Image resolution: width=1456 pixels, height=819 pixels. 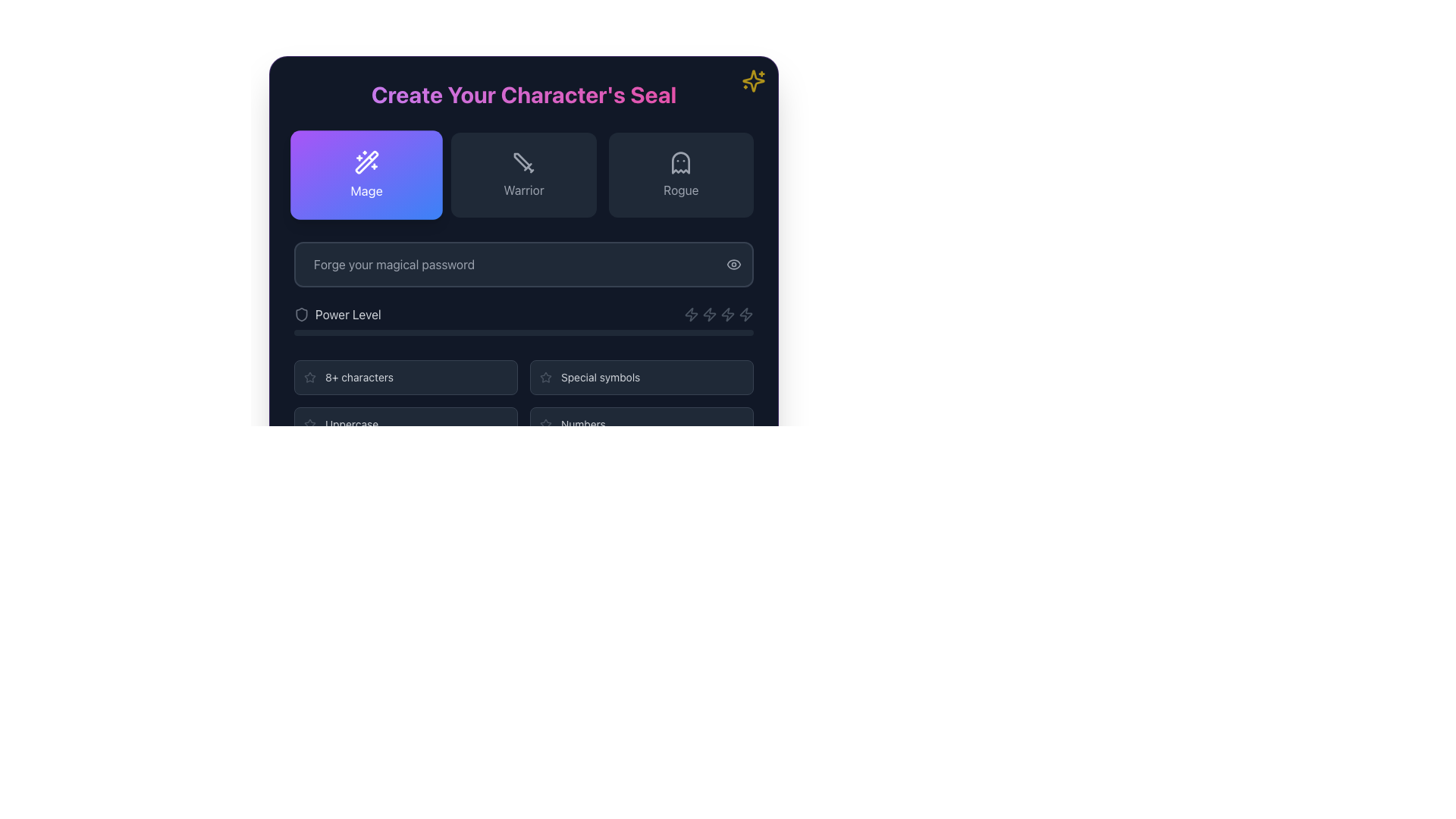 I want to click on the header text element that reads 'Create Your Character's Seal', which is styled with a gradient color scheme and located at the top of the content area, so click(x=524, y=94).